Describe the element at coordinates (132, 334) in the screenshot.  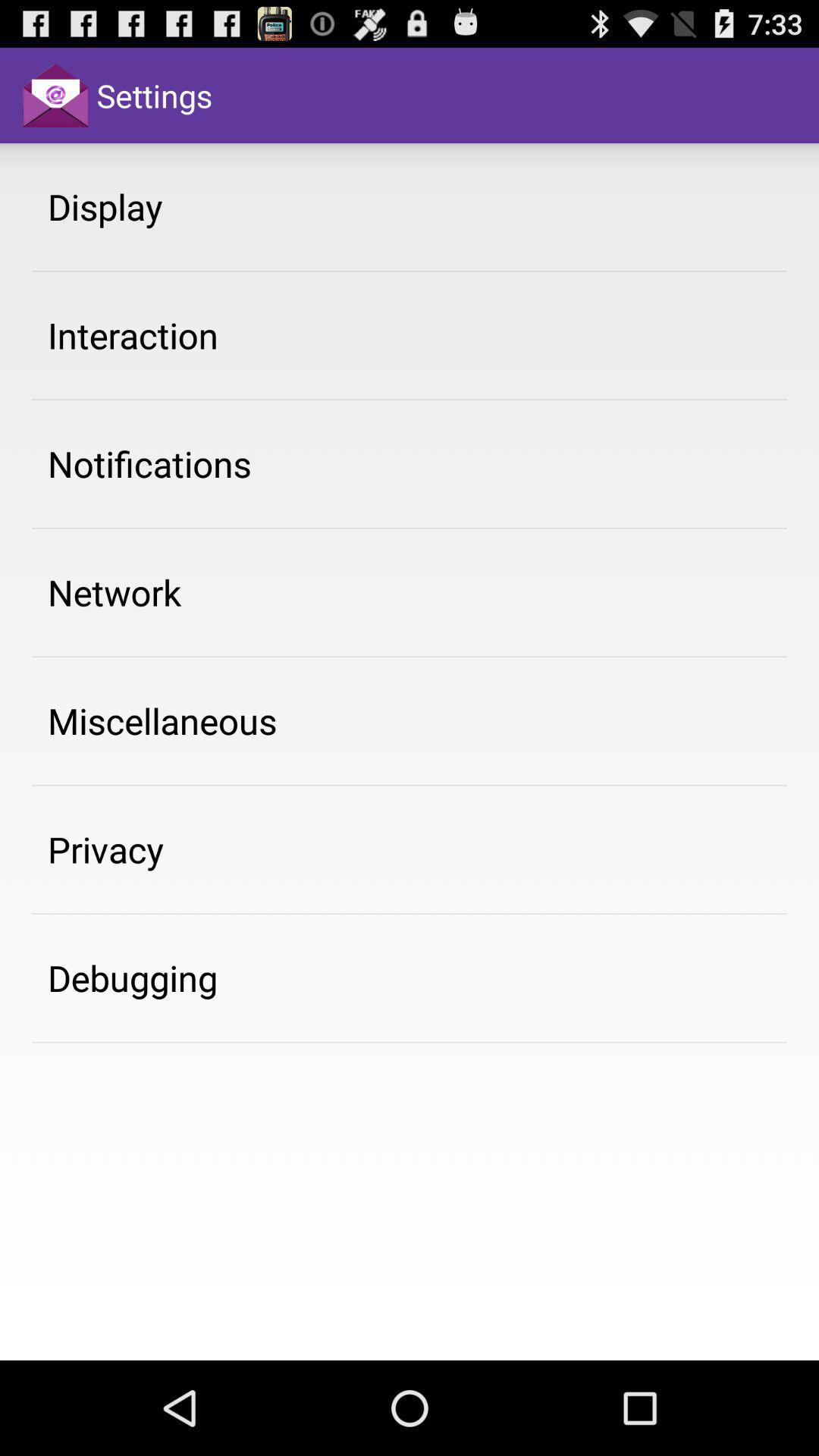
I see `the interaction item` at that location.